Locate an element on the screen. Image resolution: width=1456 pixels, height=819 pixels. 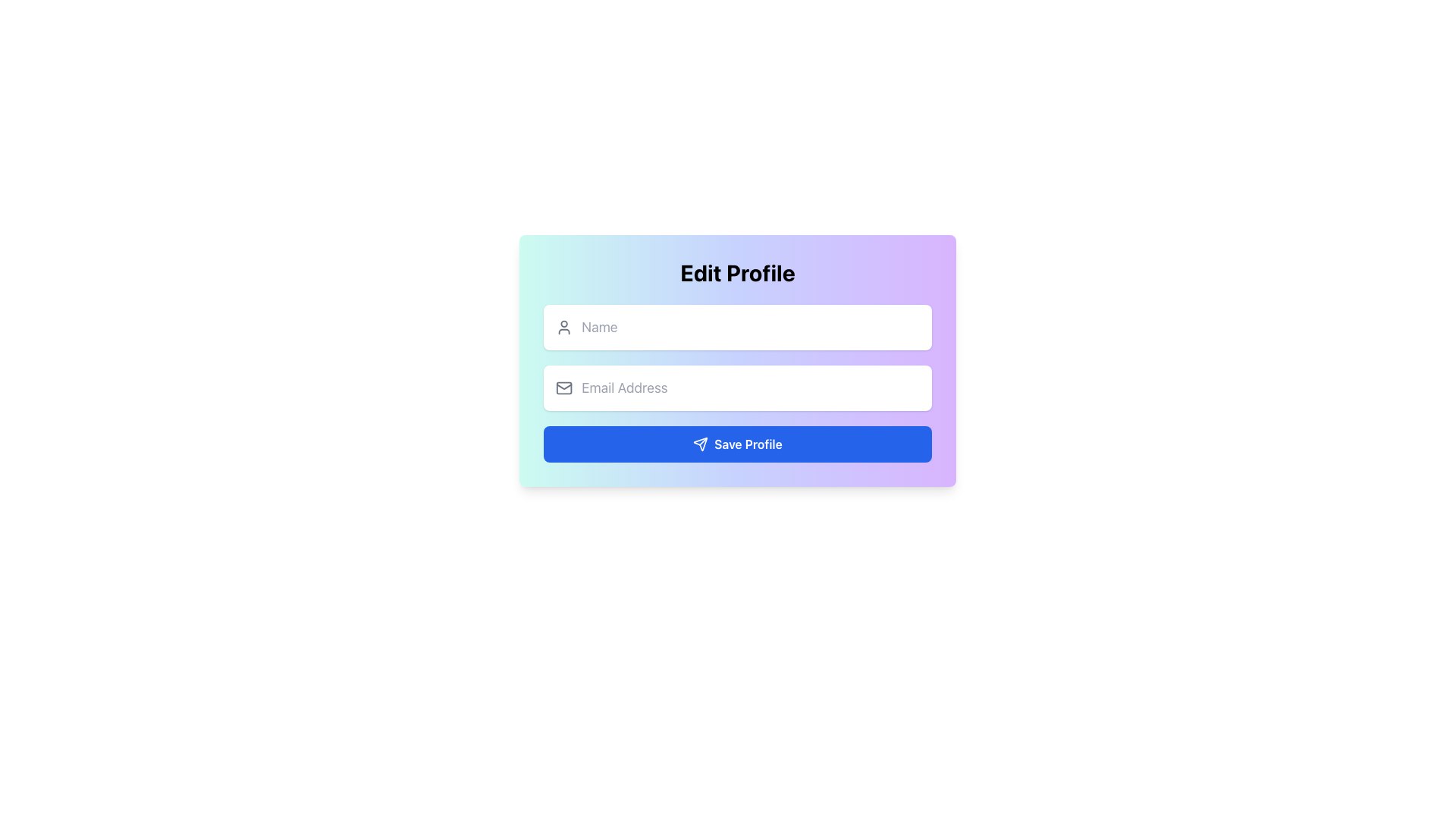
the Header Text element that serves as the section heading for the profile editing form, located at the center of the card layout is located at coordinates (738, 271).